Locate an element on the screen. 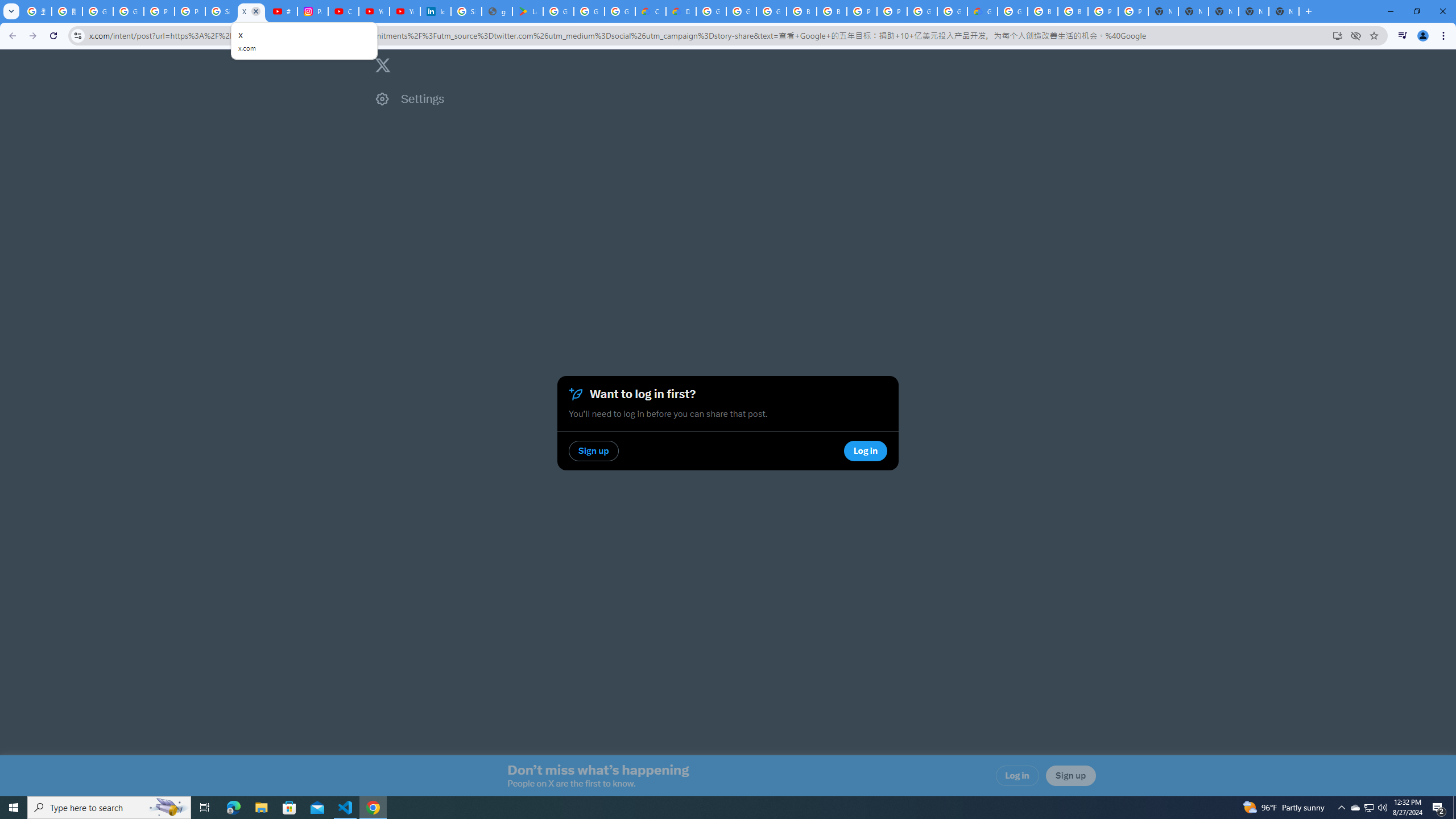  'google_privacy_policy_en.pdf' is located at coordinates (496, 11).